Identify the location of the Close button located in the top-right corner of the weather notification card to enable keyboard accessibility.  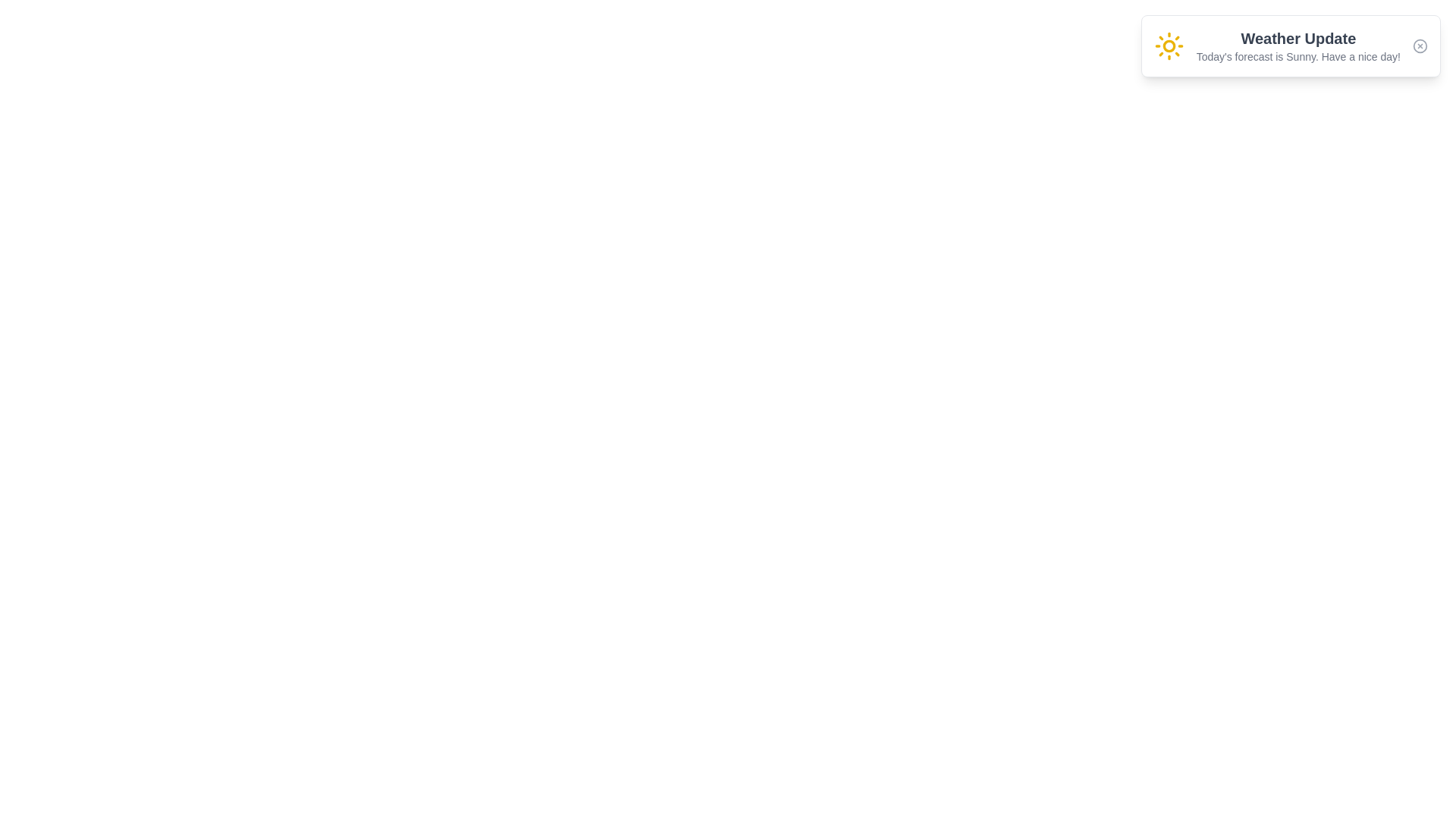
(1419, 45).